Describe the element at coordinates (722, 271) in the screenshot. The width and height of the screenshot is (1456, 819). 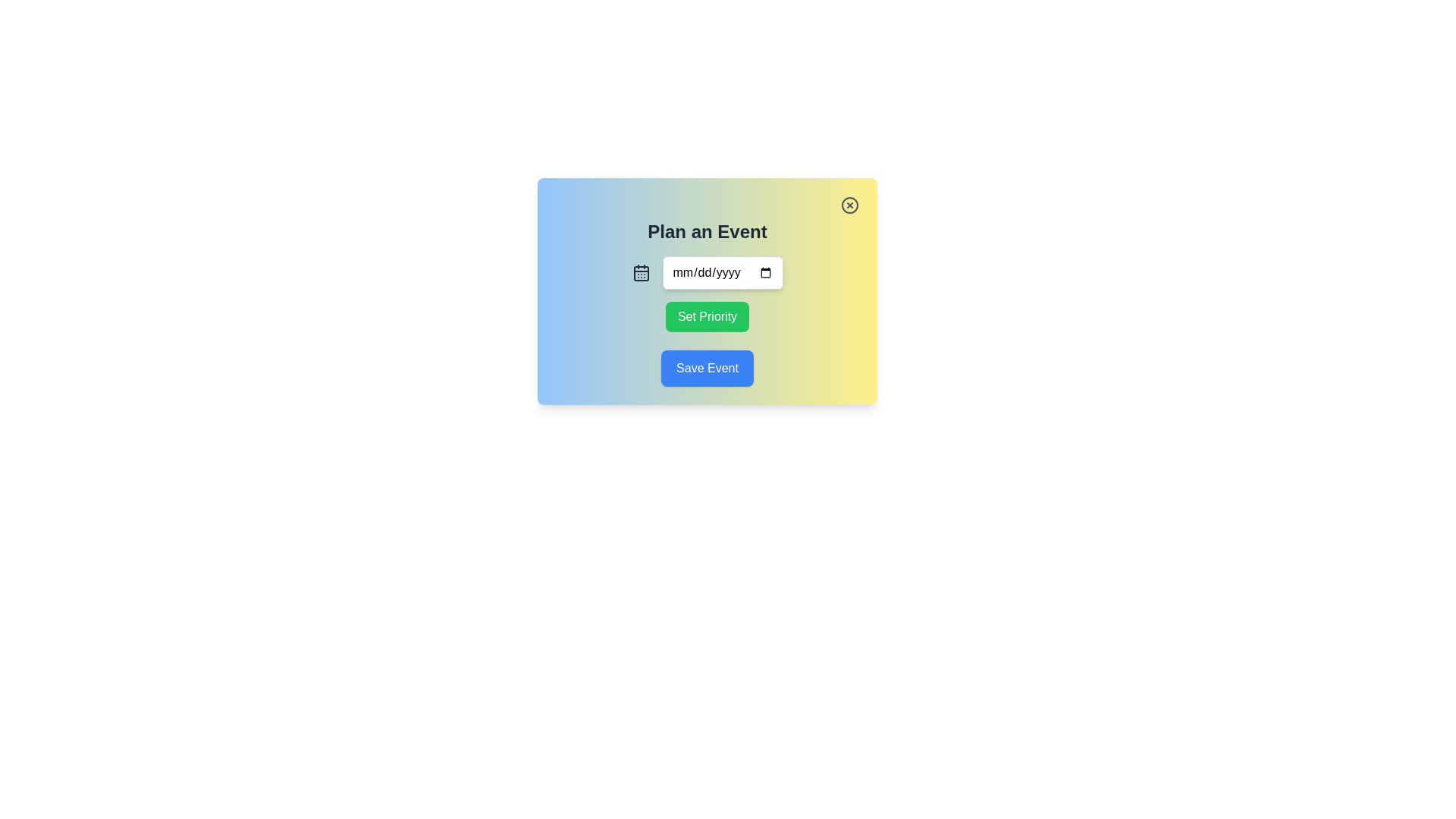
I see `the Date Input Field, which is a rectangular input area displaying 'mm/dd/yyyy' and located next to a calendar icon` at that location.